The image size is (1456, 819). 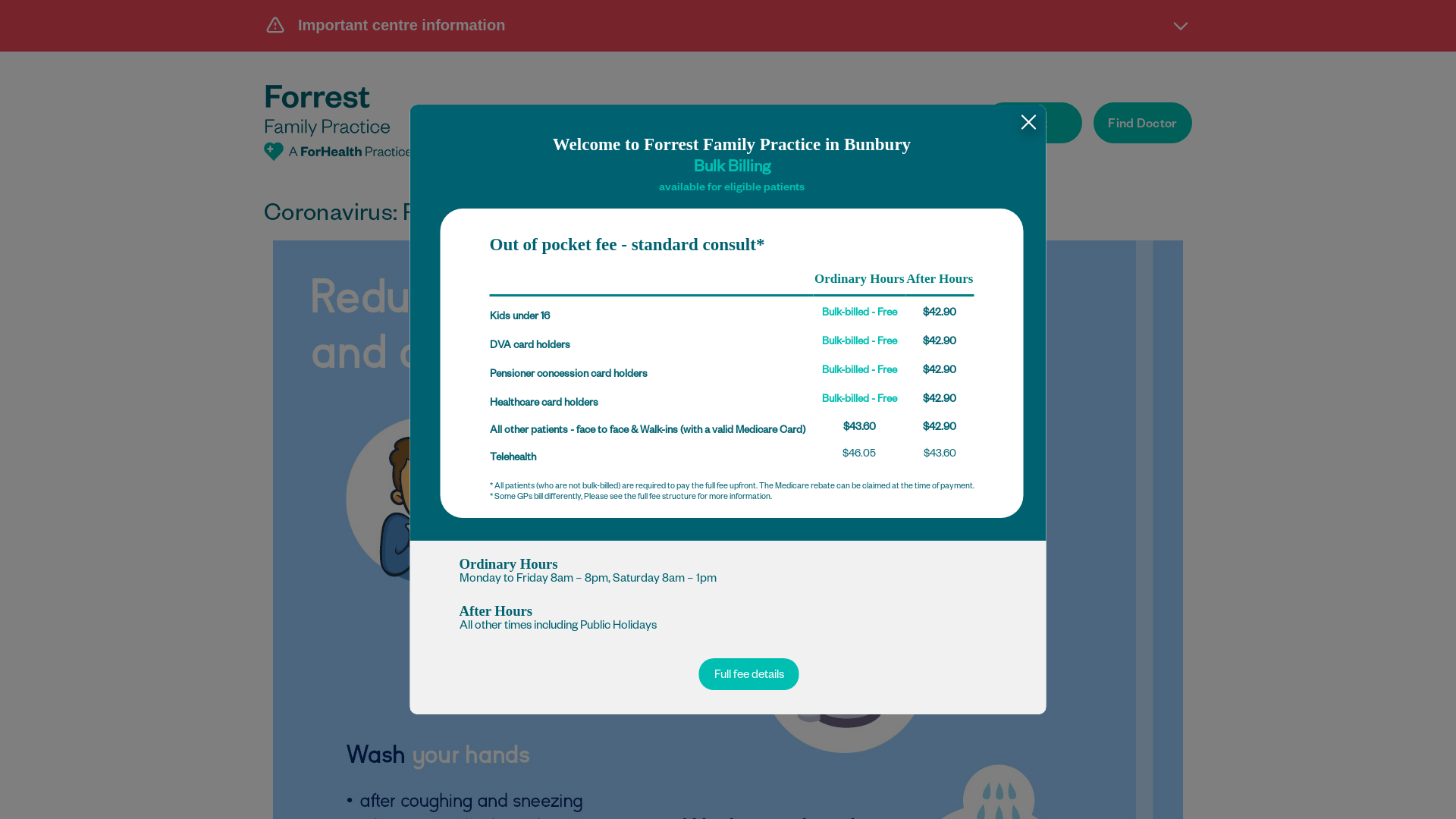 What do you see at coordinates (749, 673) in the screenshot?
I see `'Full fee details'` at bounding box center [749, 673].